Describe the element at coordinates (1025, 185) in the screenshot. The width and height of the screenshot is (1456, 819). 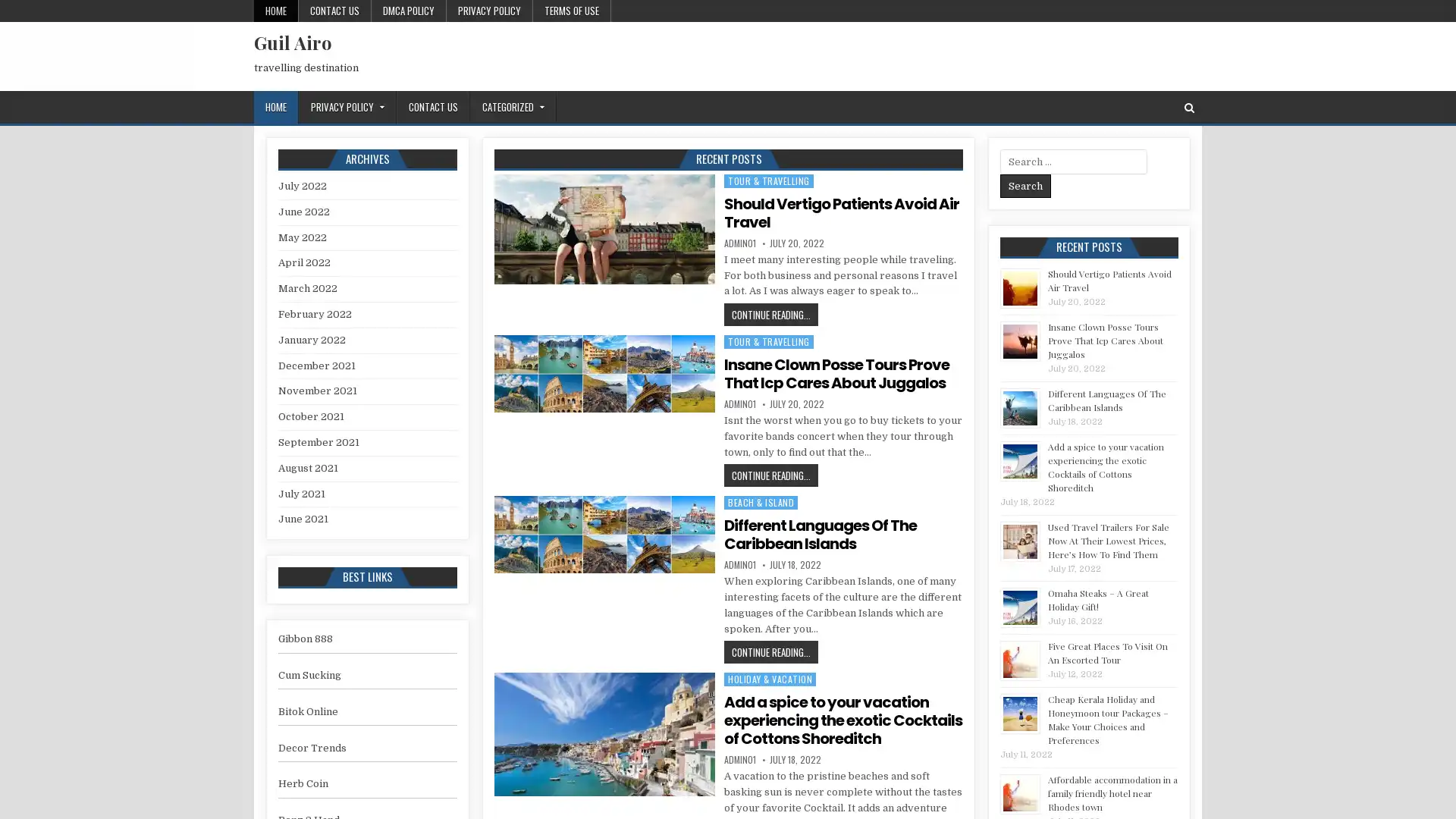
I see `Search` at that location.